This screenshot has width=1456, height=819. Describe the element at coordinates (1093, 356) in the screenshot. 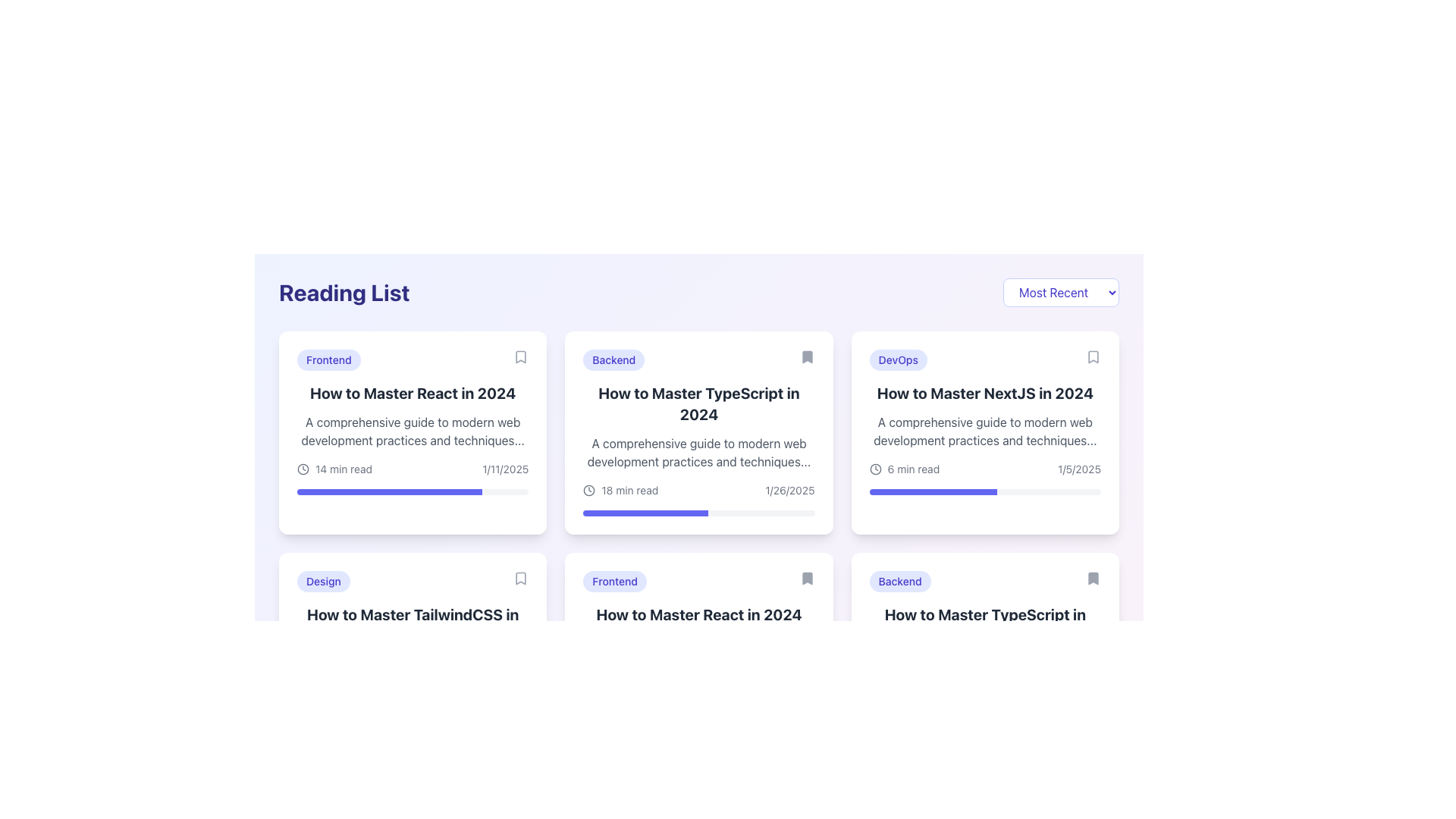

I see `the bookmark icon located in the upper-right corner of the 'How to Master NextJS in 2024' card to bookmark the associated content` at that location.